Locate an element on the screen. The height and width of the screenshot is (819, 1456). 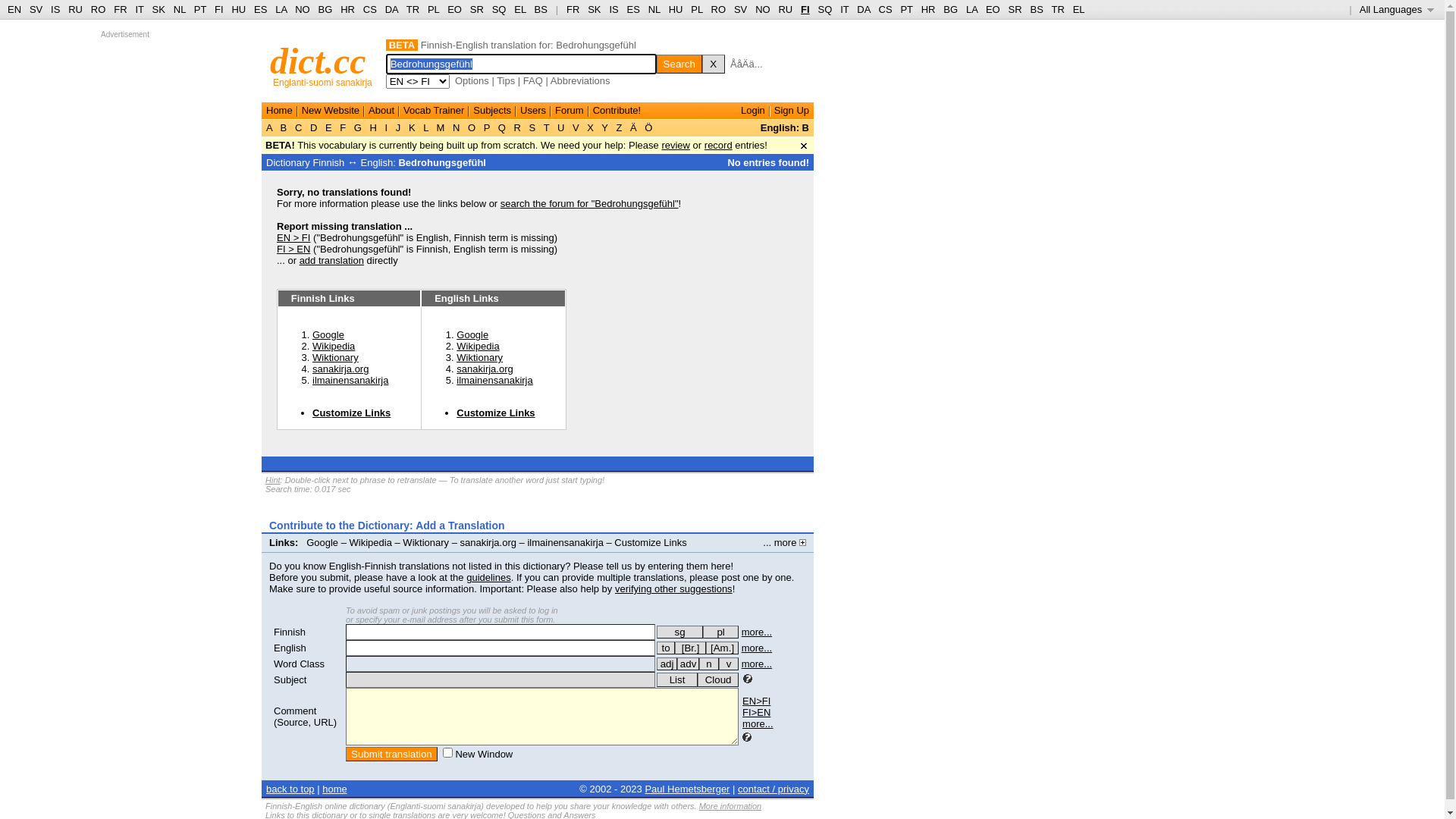
'BS' is located at coordinates (1035, 9).